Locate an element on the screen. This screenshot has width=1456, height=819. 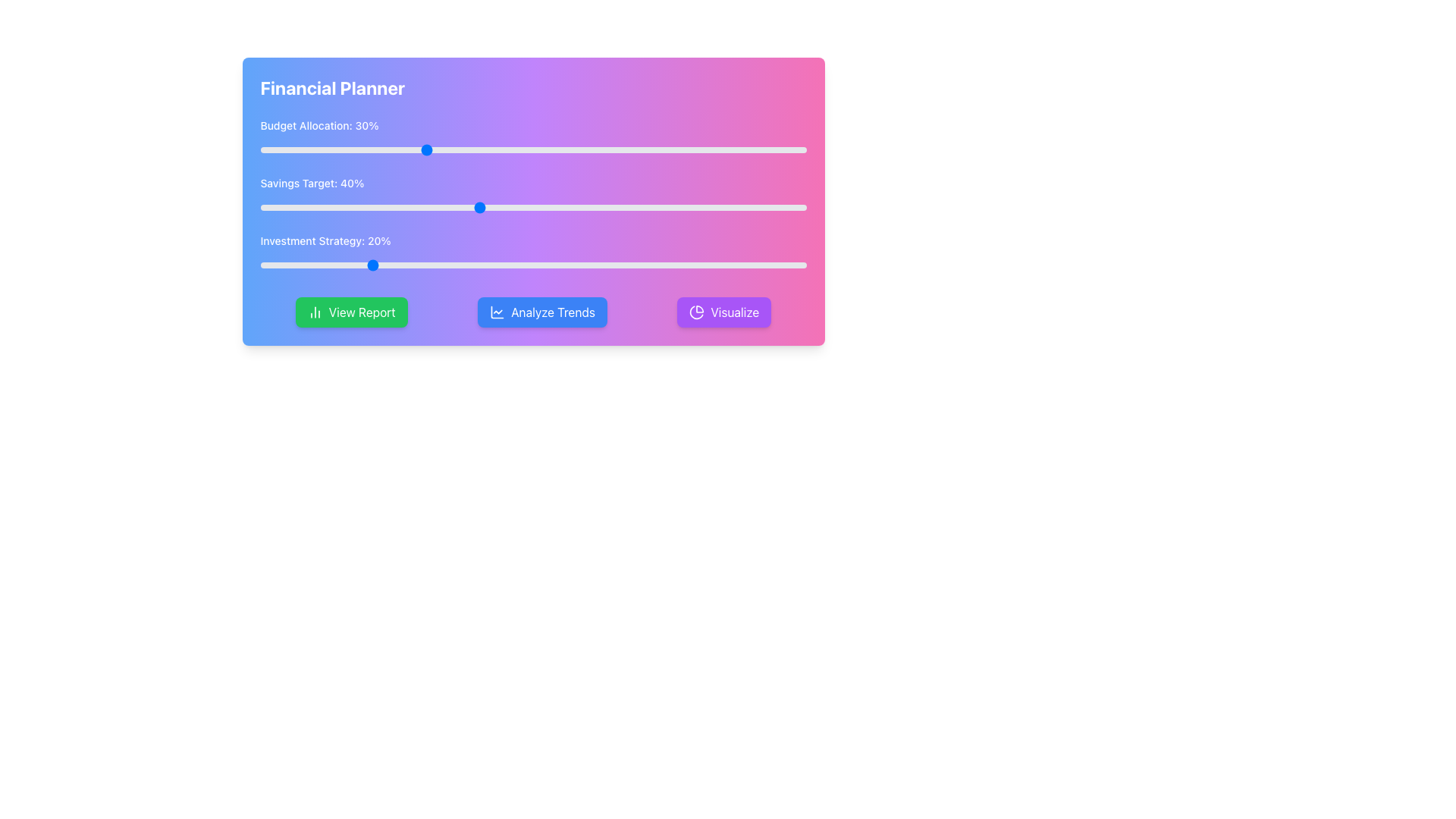
the savings target is located at coordinates (773, 207).